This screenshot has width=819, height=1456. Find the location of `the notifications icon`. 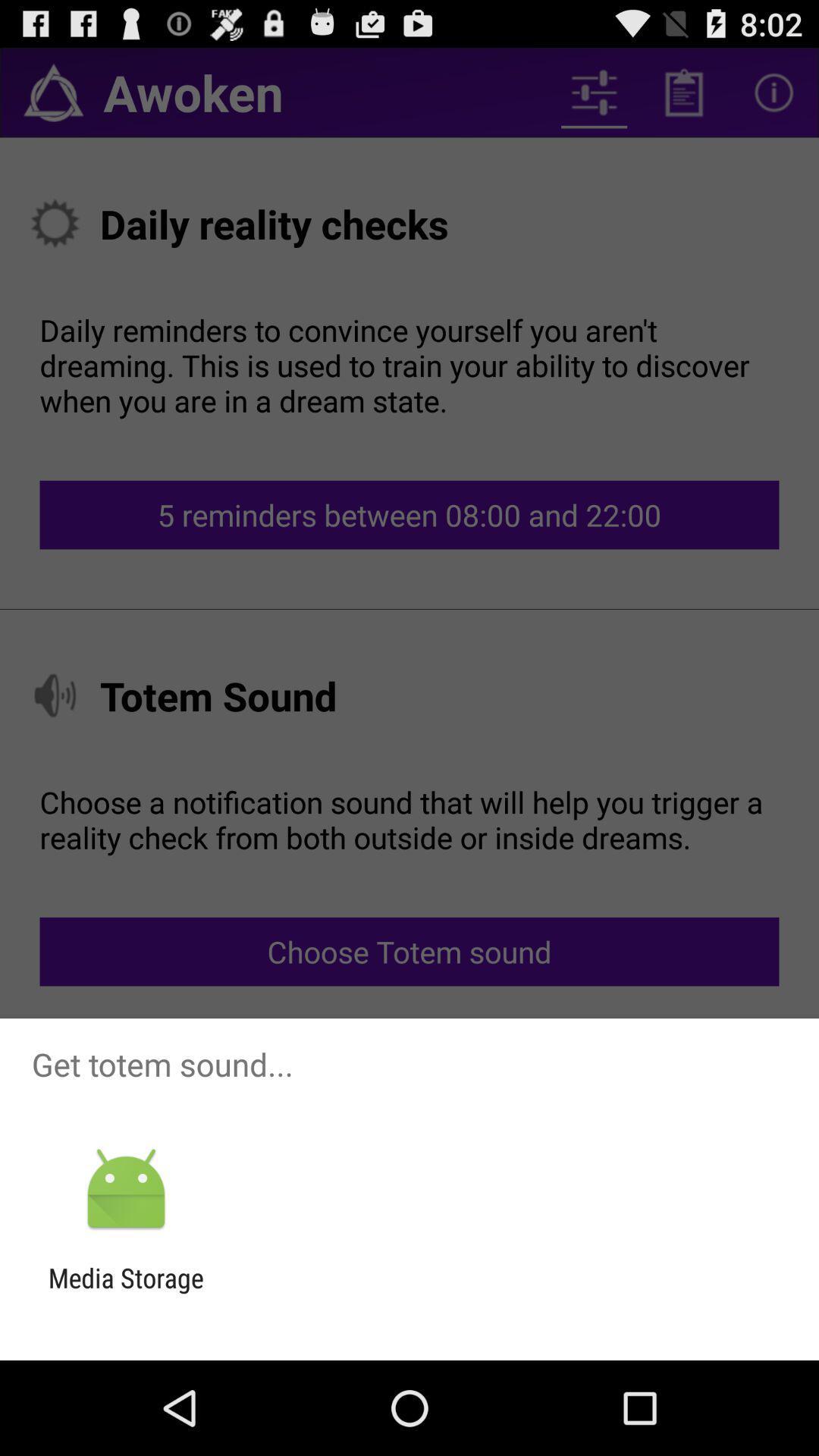

the notifications icon is located at coordinates (52, 98).